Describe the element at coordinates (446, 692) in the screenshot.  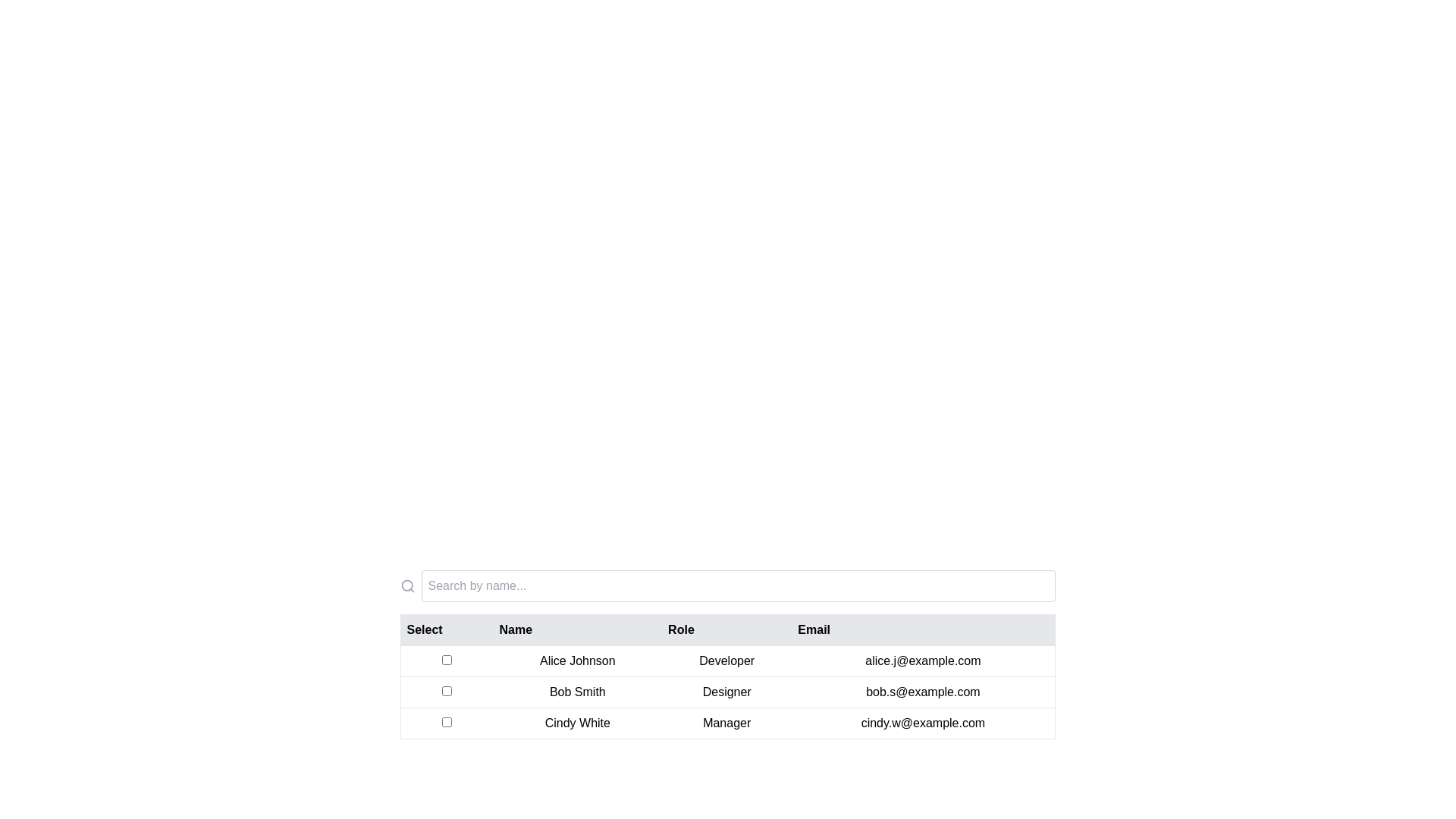
I see `the empty checkbox in the second row of the table, adjacent to 'Bob Smith', to potentially display a tooltip` at that location.